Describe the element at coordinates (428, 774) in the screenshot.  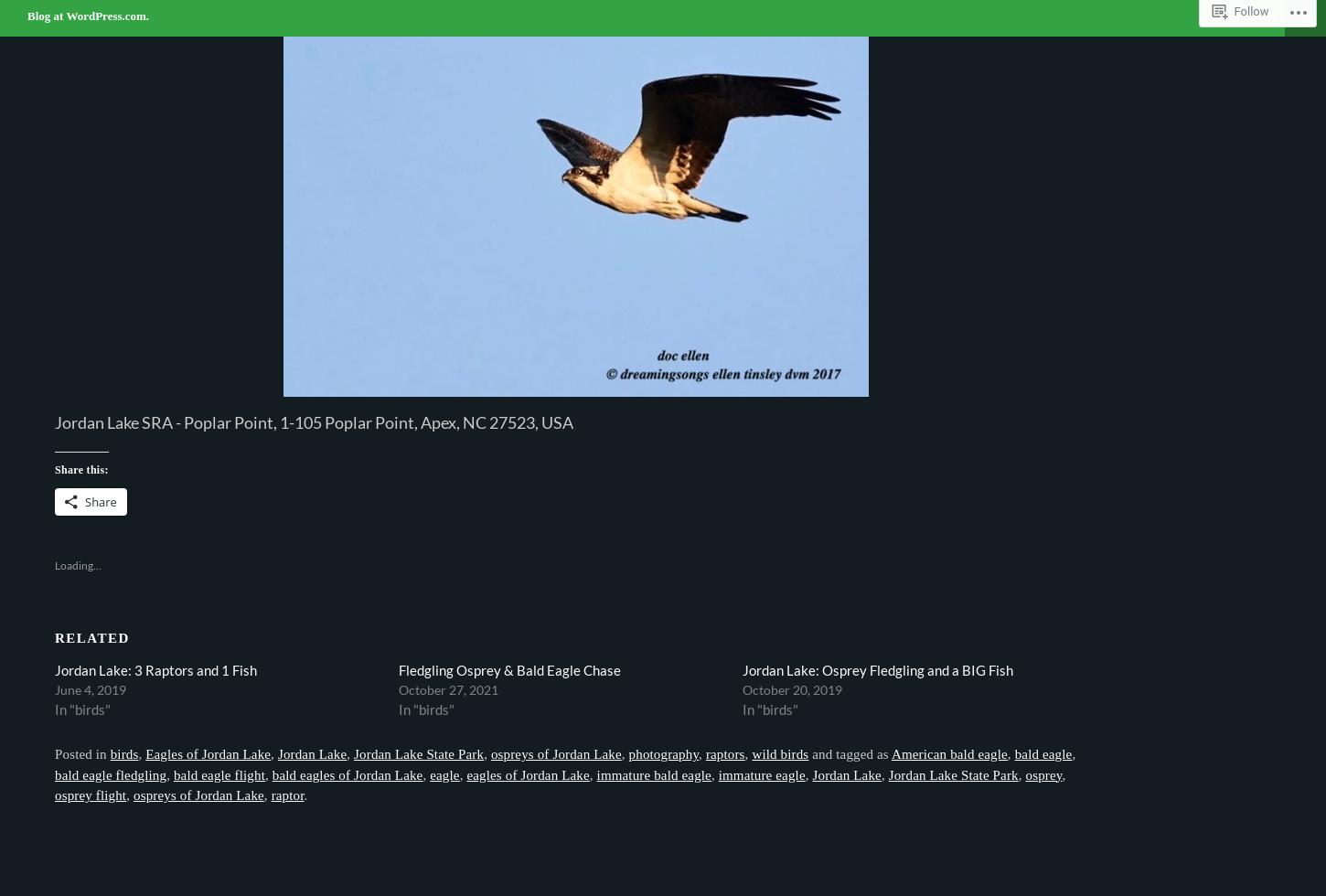
I see `'eagle'` at that location.